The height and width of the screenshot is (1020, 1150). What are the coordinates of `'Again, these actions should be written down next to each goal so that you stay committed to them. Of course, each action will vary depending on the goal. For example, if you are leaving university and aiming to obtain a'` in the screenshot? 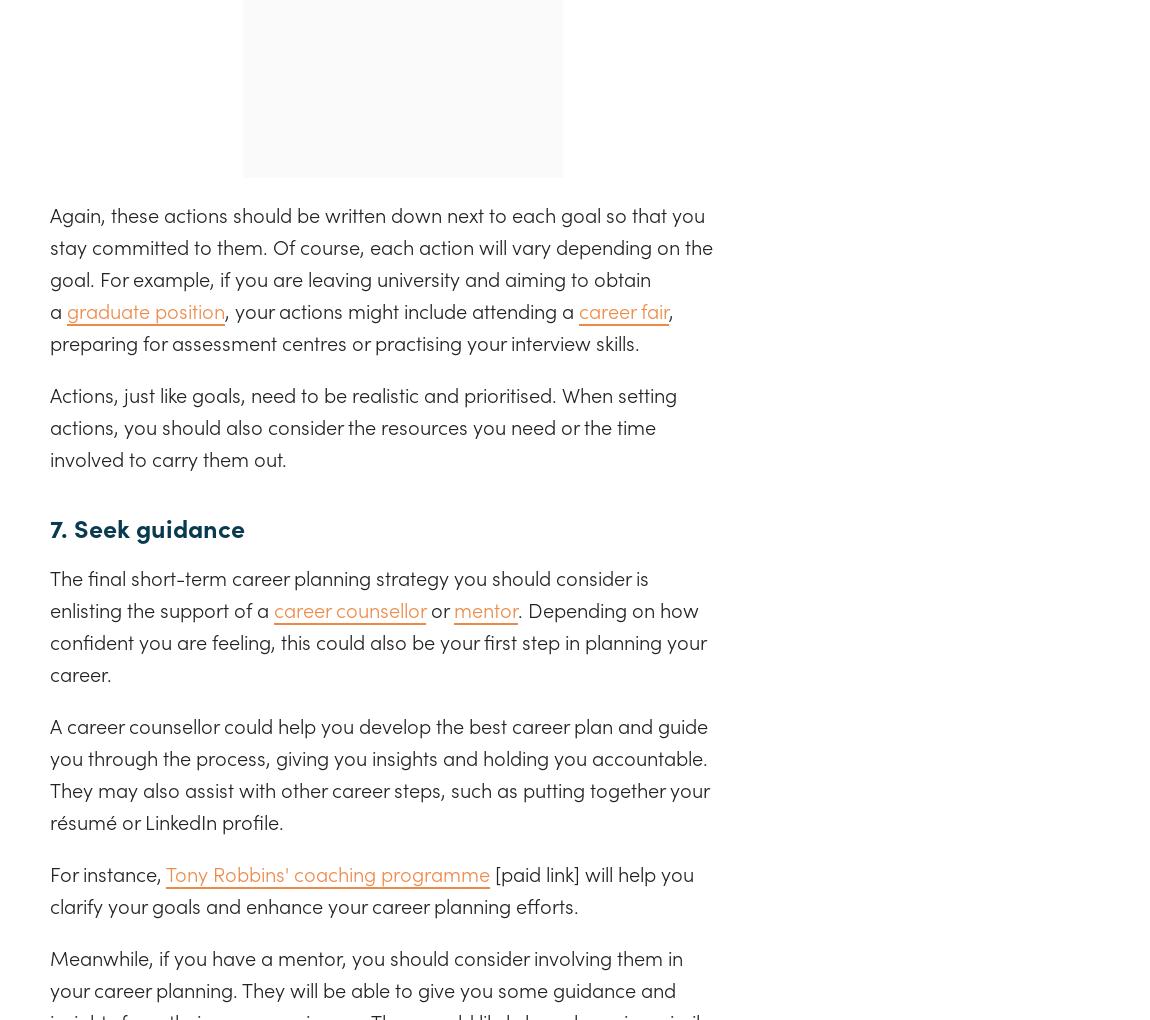 It's located at (381, 260).